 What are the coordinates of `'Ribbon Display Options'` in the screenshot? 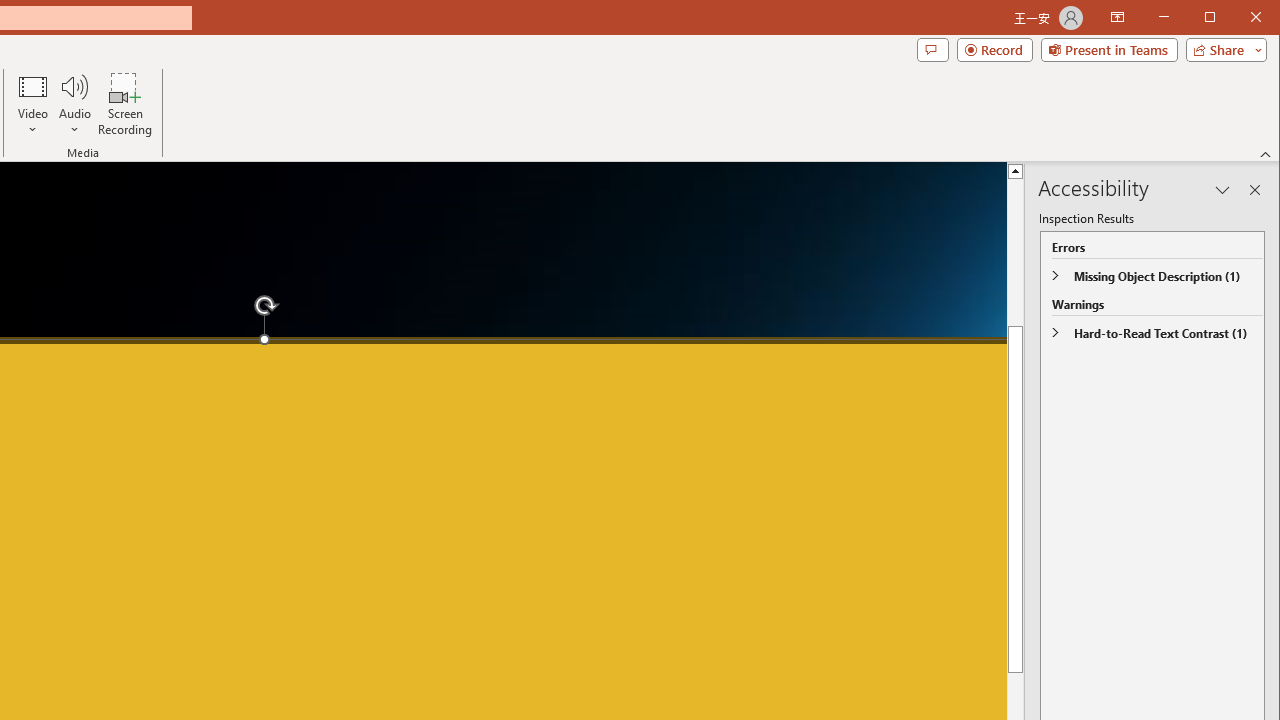 It's located at (1116, 18).